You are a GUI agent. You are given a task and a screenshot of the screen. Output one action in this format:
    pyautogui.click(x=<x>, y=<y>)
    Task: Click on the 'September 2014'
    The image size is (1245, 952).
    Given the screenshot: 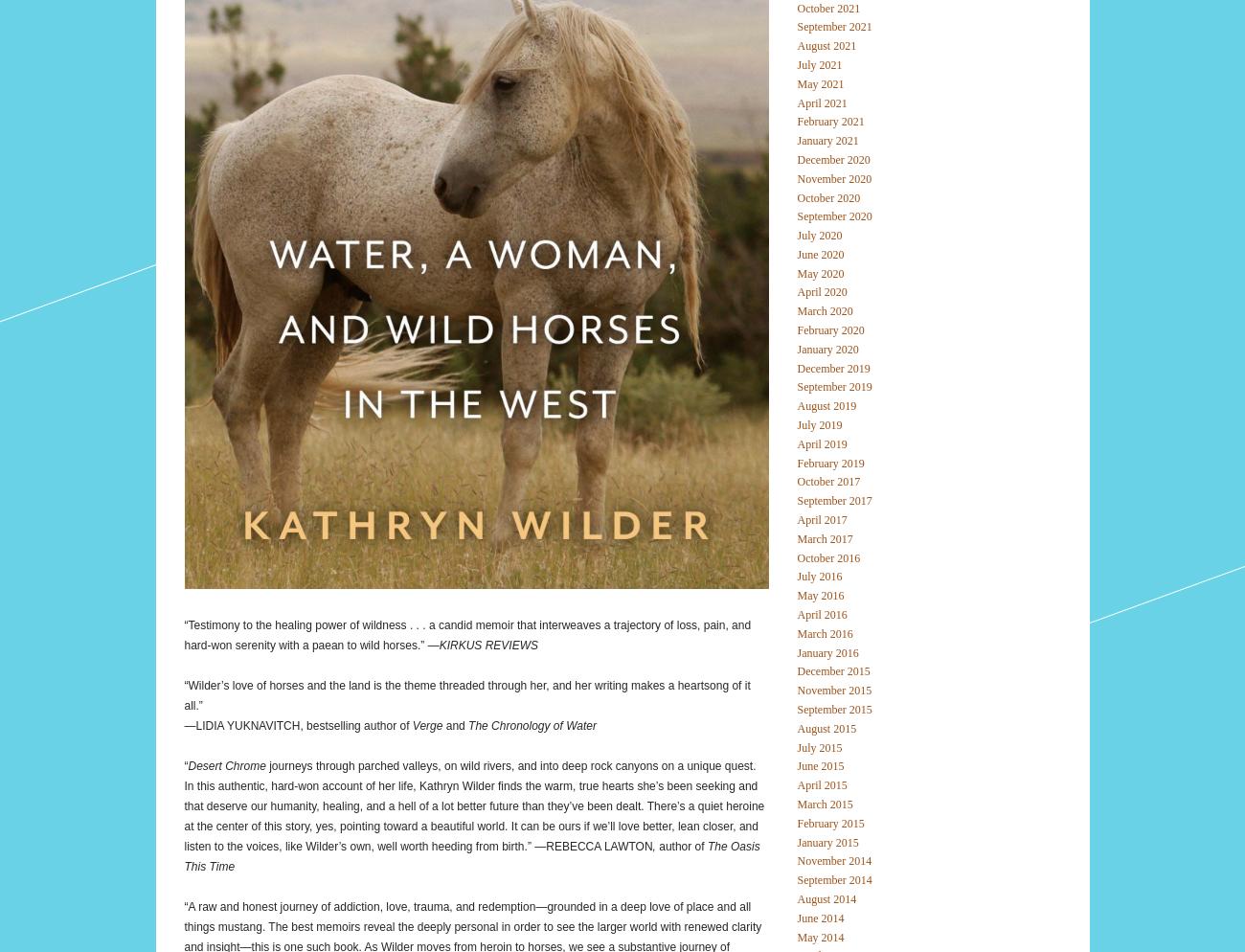 What is the action you would take?
    pyautogui.click(x=833, y=878)
    